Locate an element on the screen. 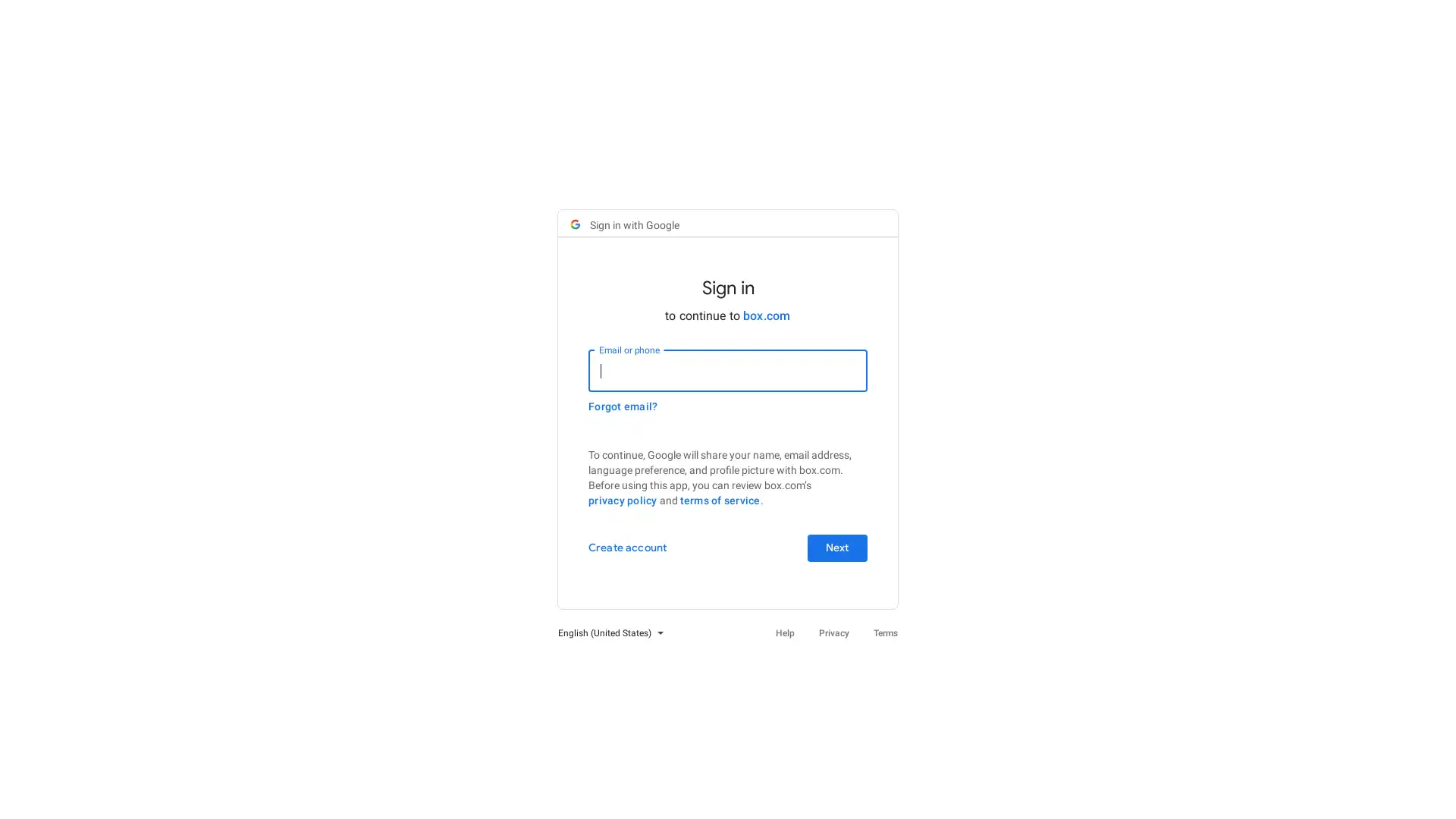 This screenshot has height=819, width=1456. Create account is located at coordinates (627, 548).